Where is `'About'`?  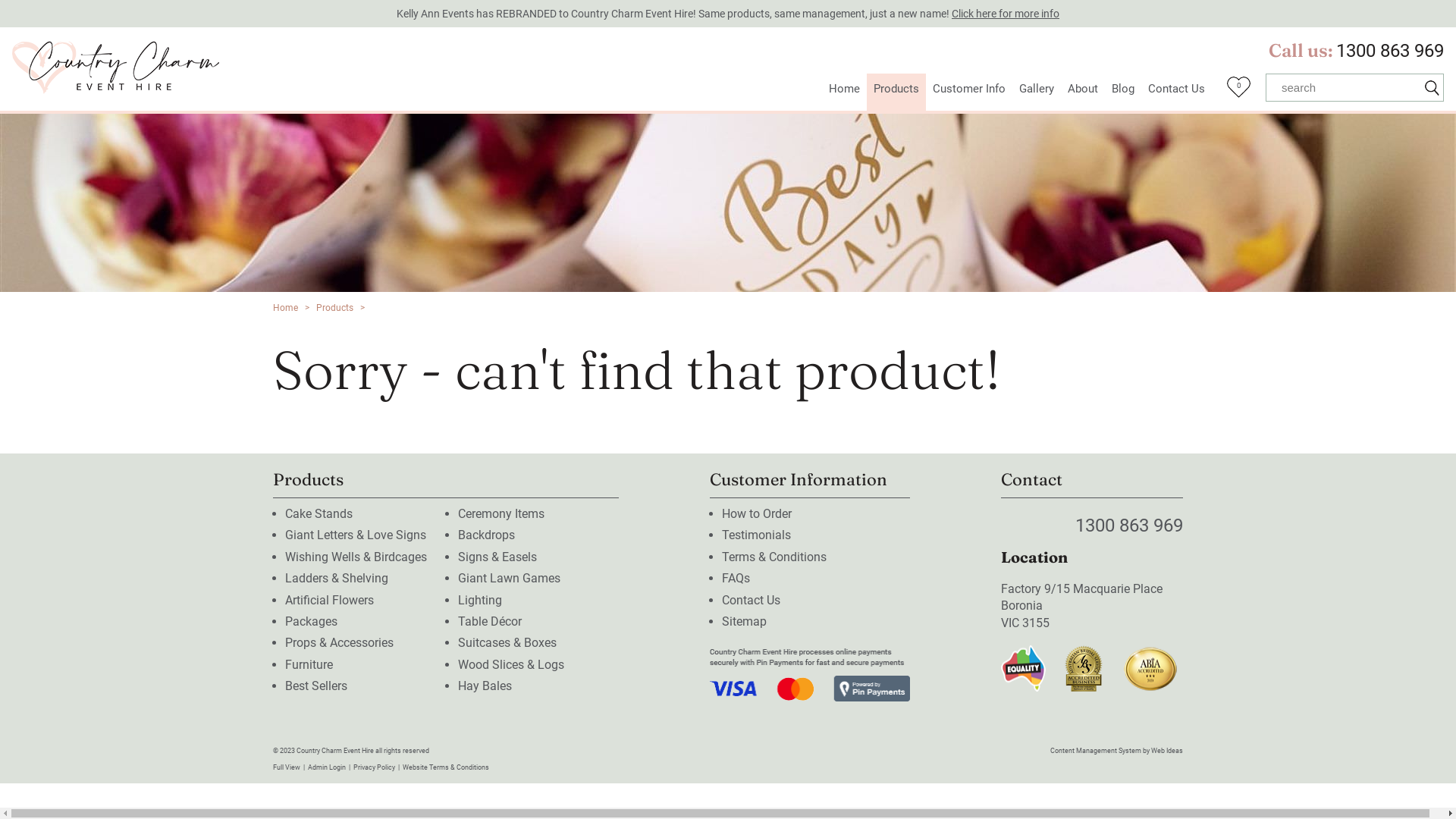
'About' is located at coordinates (1059, 92).